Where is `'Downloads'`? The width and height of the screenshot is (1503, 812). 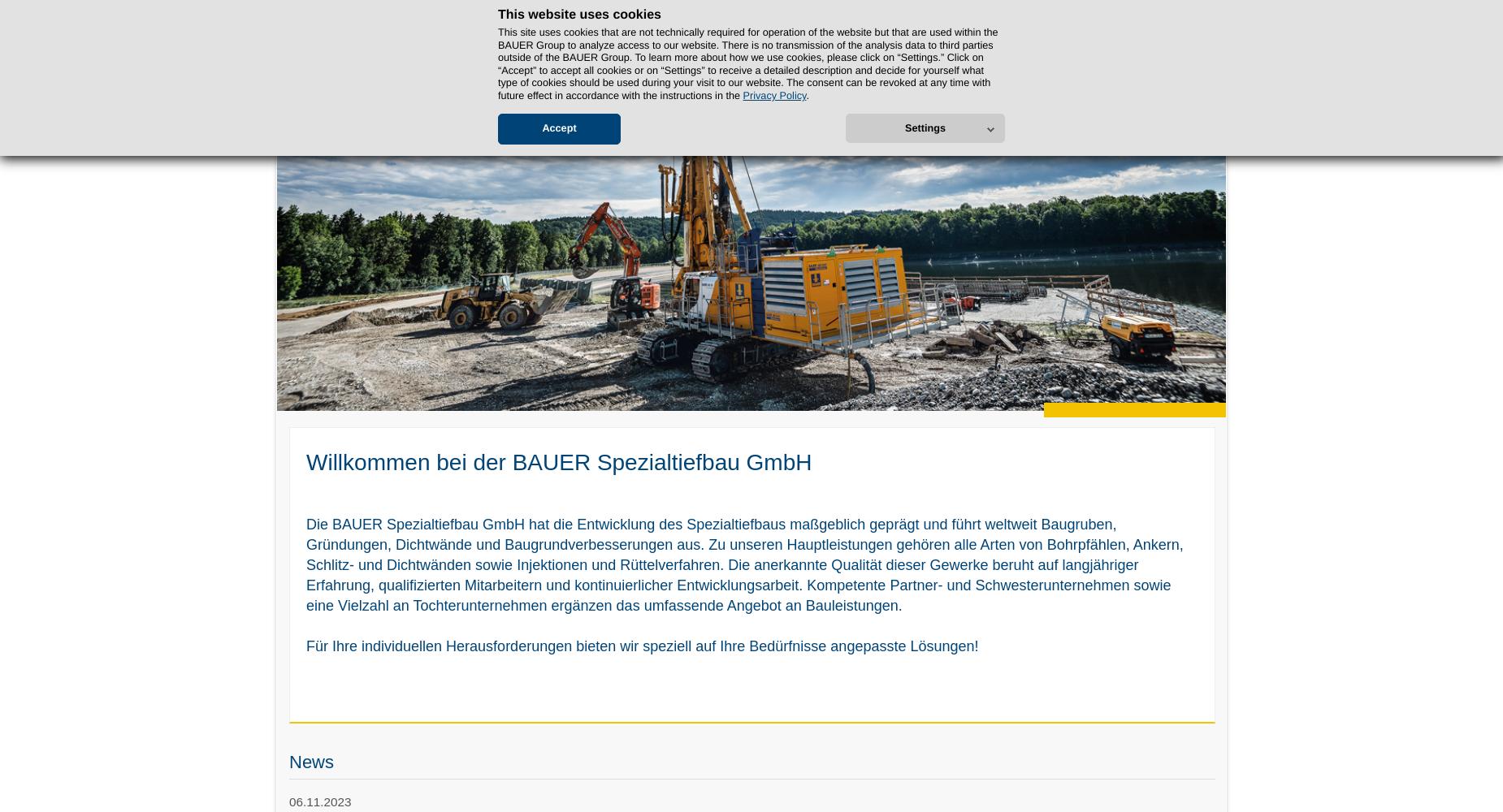
'Downloads' is located at coordinates (964, 98).